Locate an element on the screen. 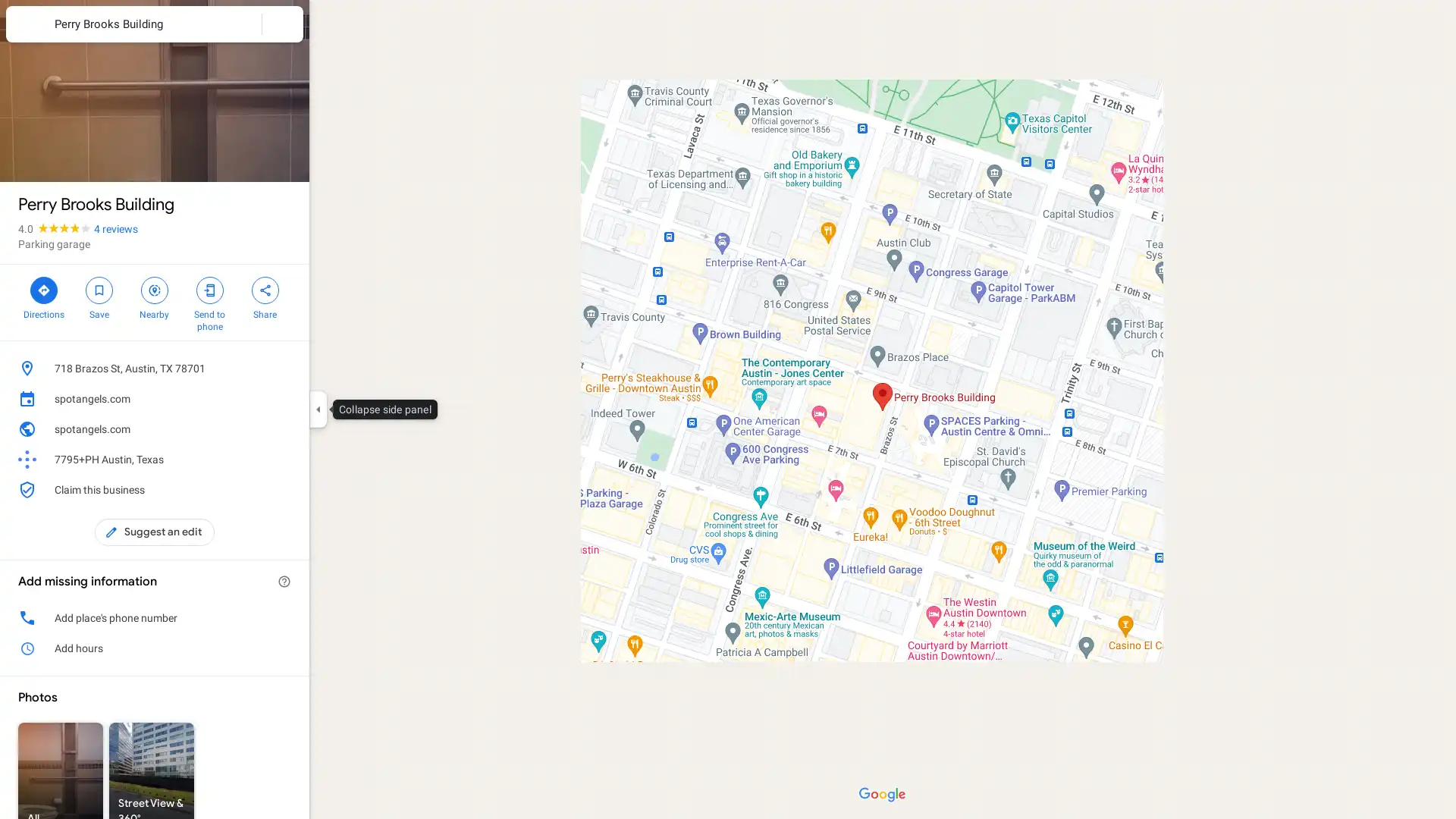  Search is located at coordinates (240, 24).